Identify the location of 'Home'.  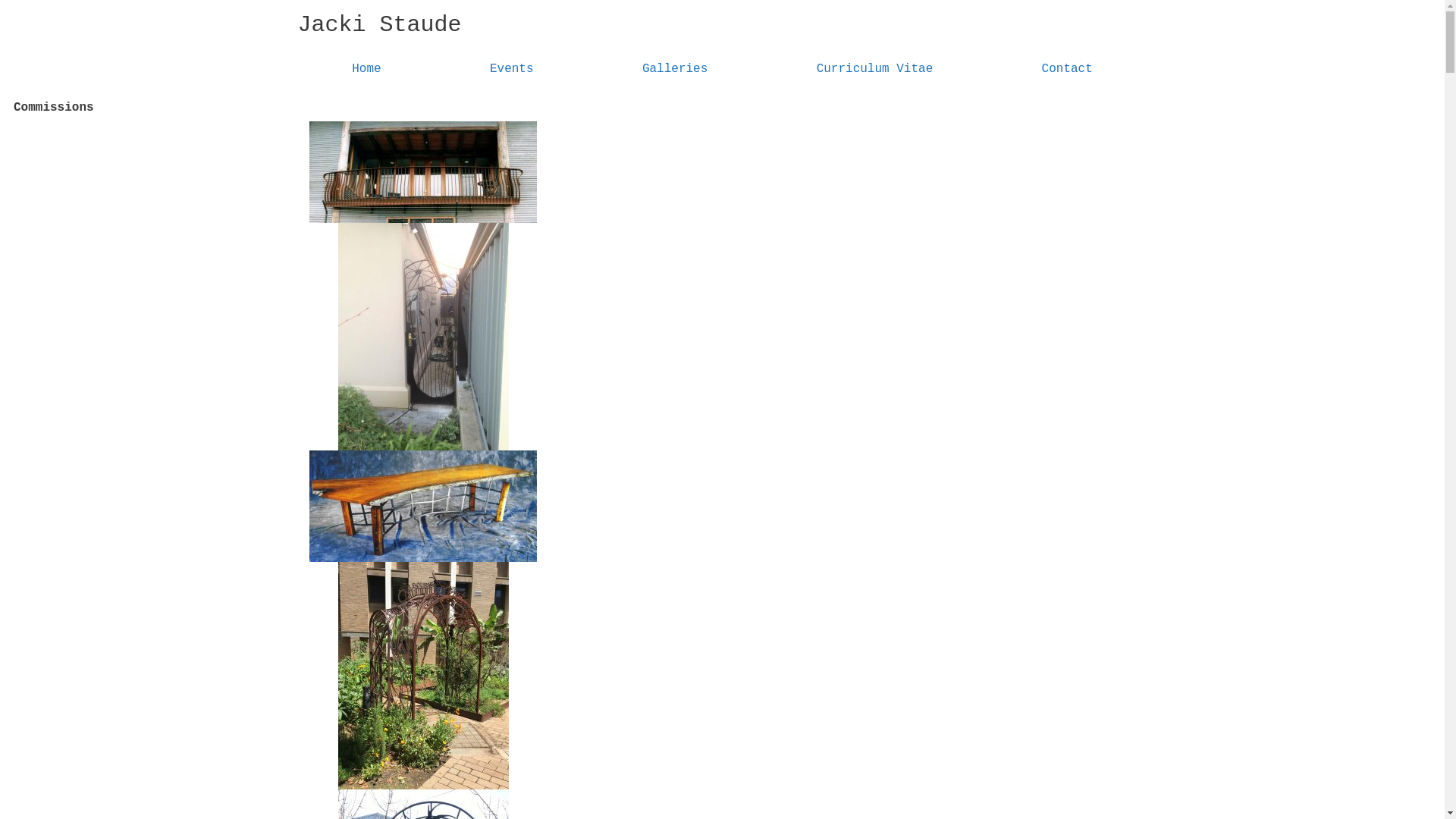
(366, 69).